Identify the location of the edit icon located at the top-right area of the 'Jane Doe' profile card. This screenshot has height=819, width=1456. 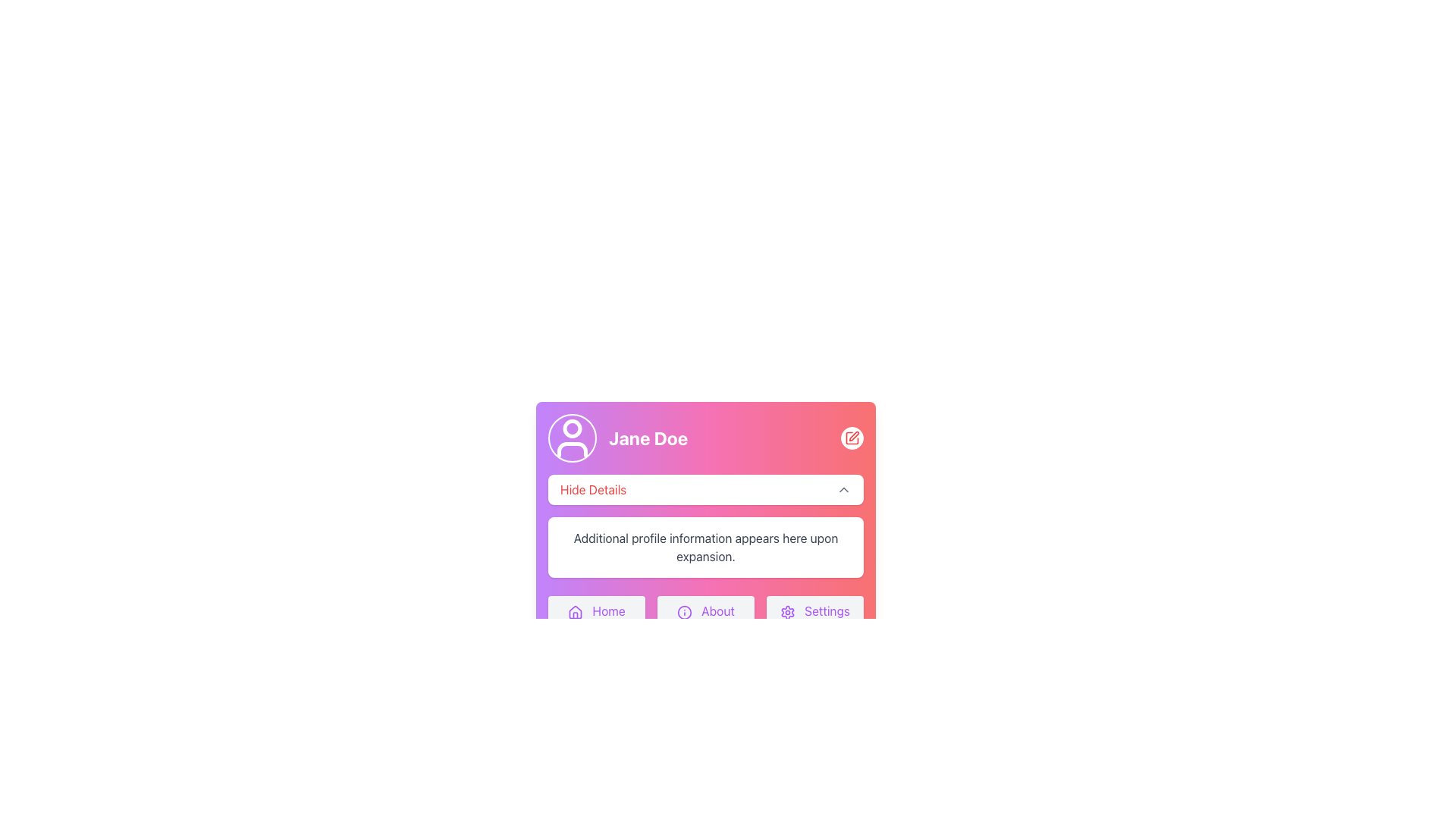
(854, 436).